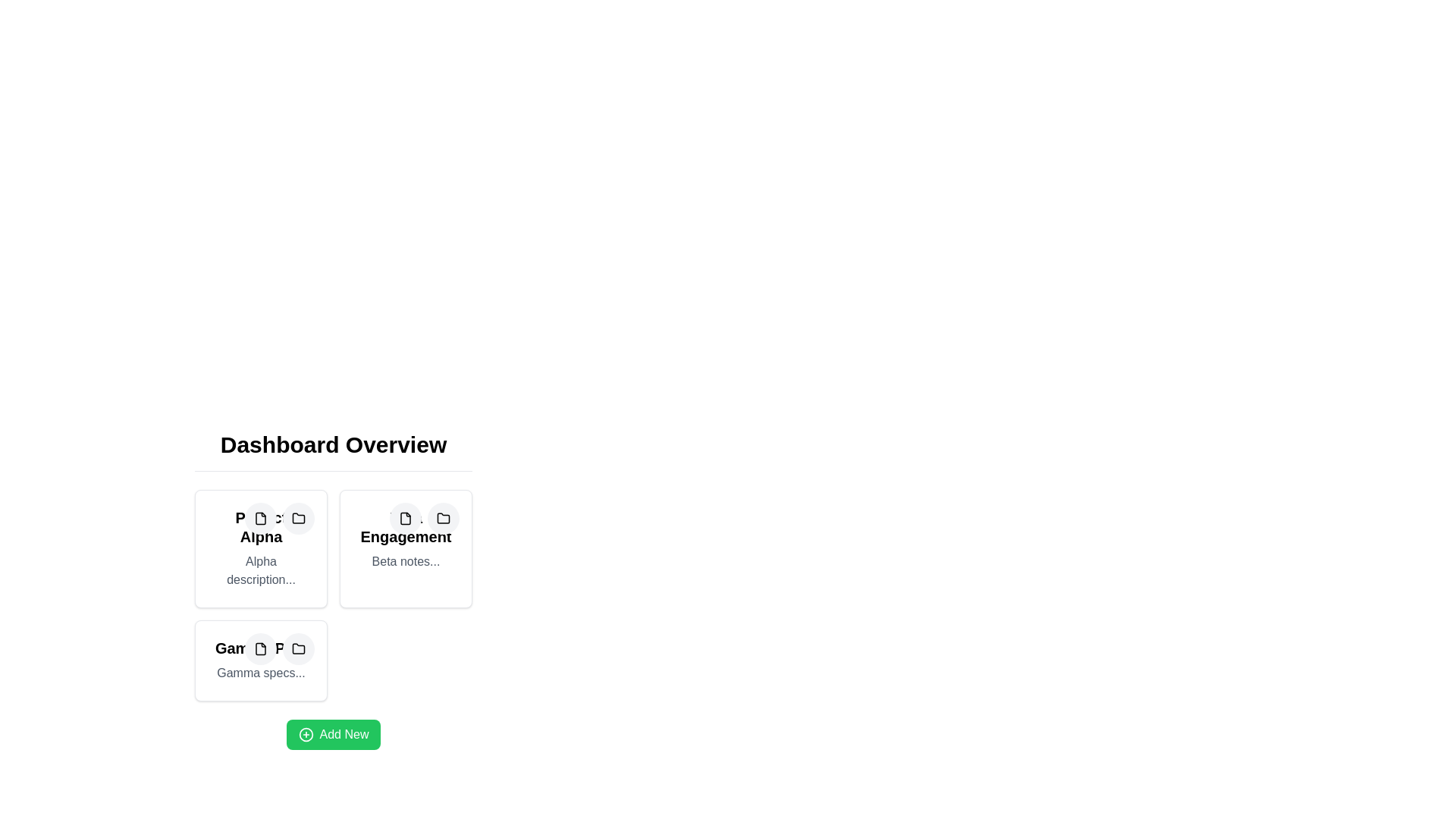 The width and height of the screenshot is (1456, 819). Describe the element at coordinates (261, 517) in the screenshot. I see `the 'File' icon located in the top-left corner of the 'Alpha' section under 'Dashboard Overview'` at that location.